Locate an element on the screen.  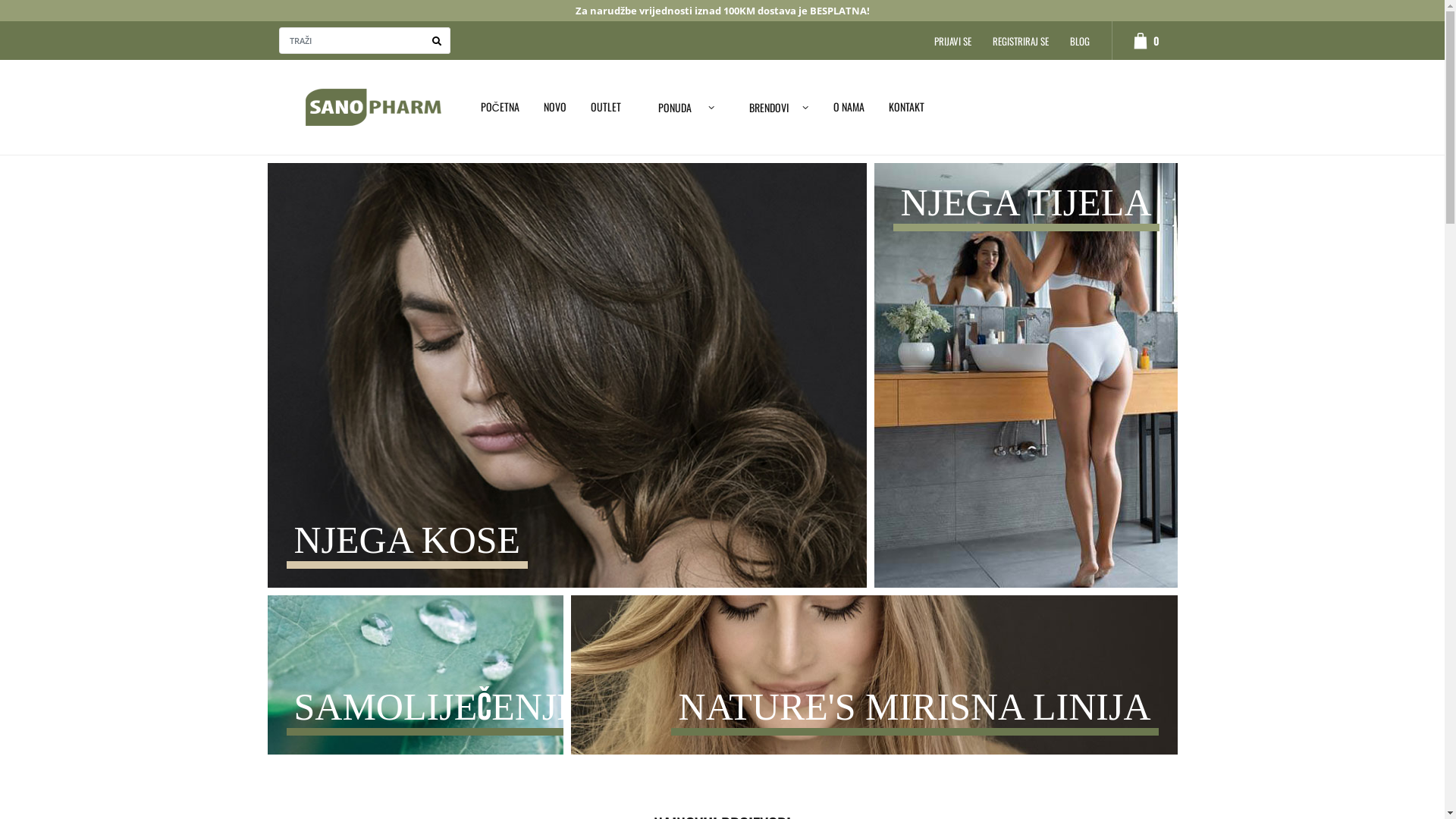
'OUTLET' is located at coordinates (604, 105).